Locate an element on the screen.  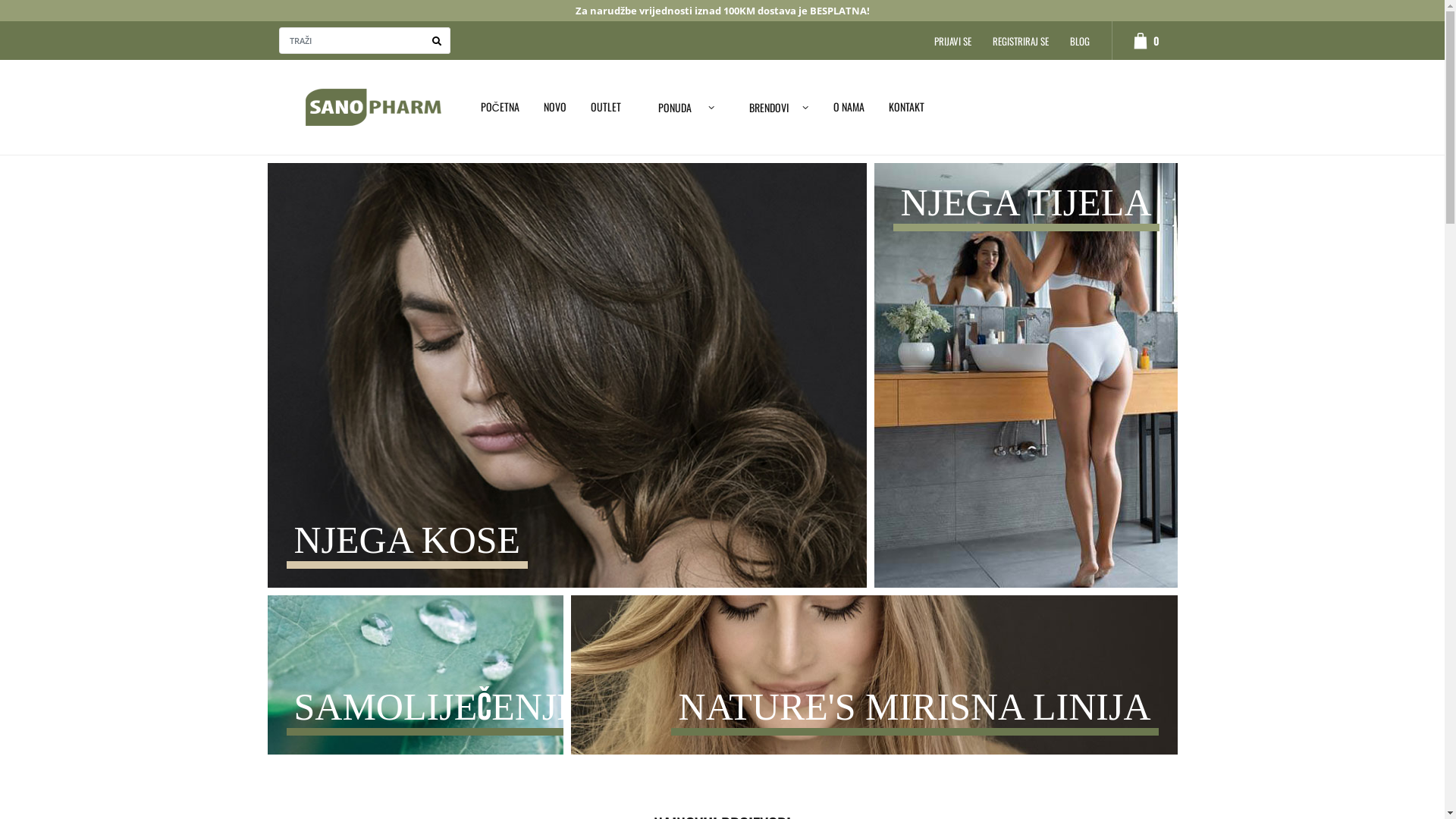
'OUTLET' is located at coordinates (604, 105).